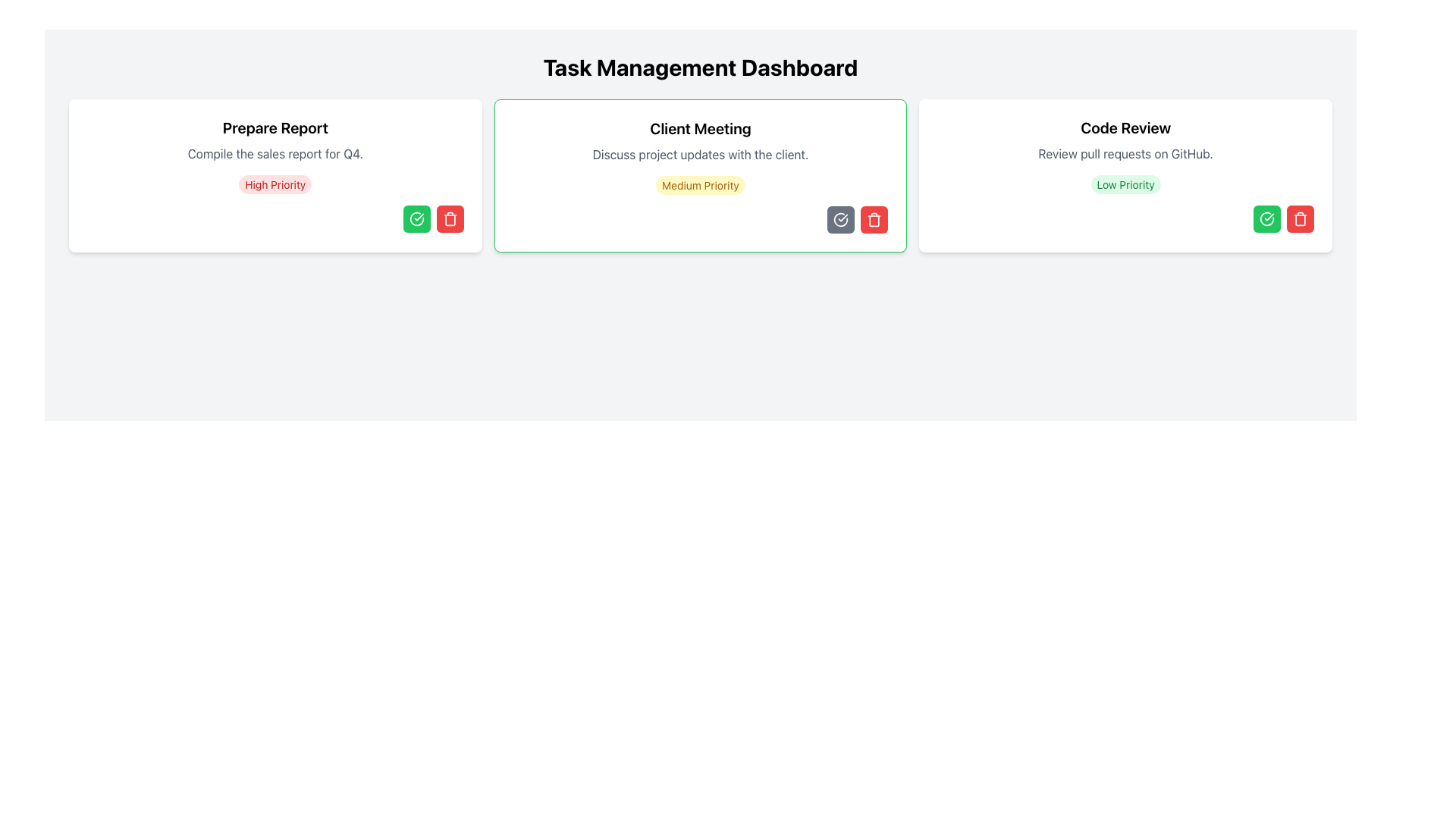 Image resolution: width=1456 pixels, height=819 pixels. What do you see at coordinates (874, 219) in the screenshot?
I see `the delete icon button located in the bottom-right corner of the 'Client Meeting' task card` at bounding box center [874, 219].